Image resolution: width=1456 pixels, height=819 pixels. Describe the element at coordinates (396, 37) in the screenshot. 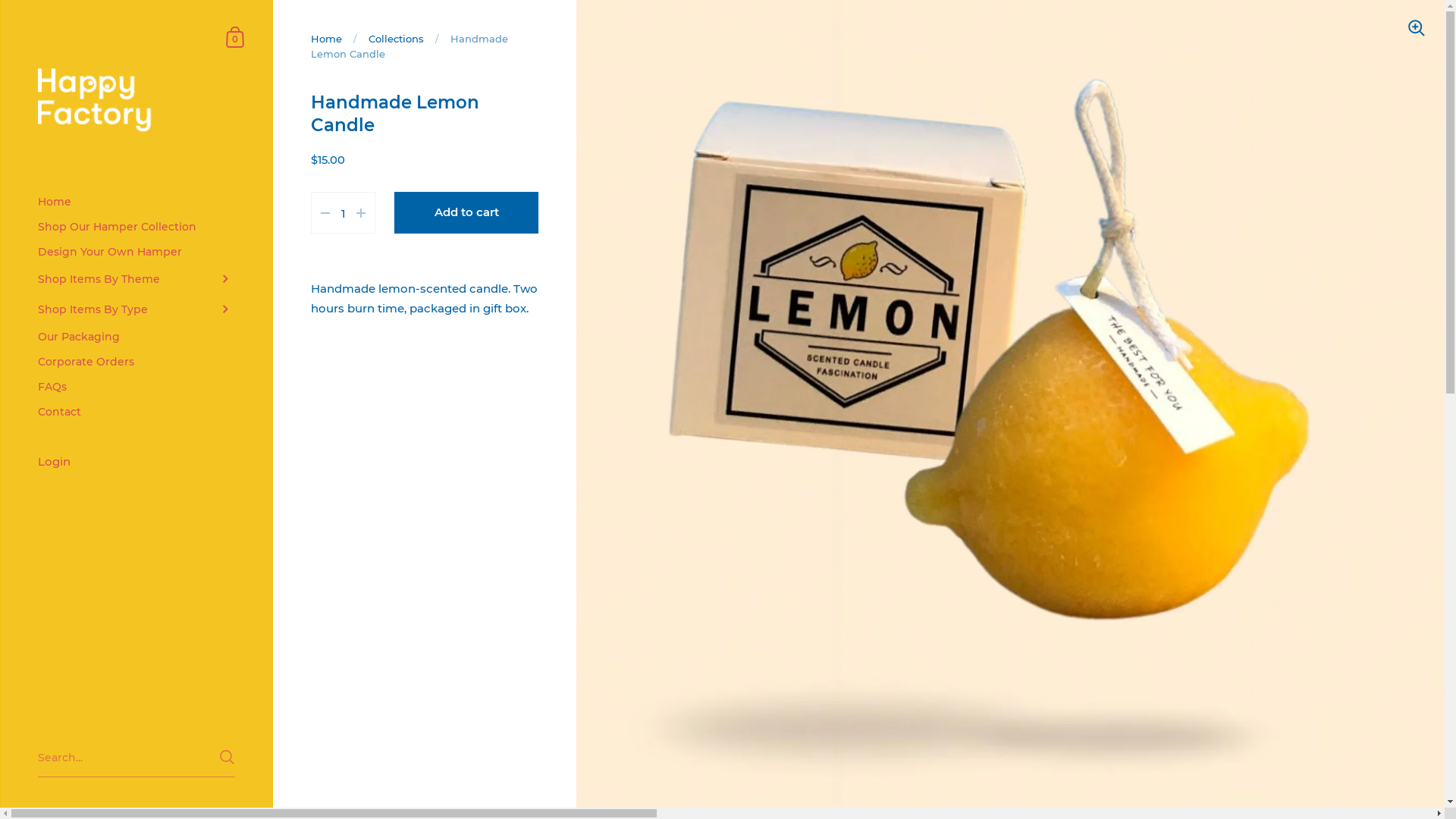

I see `'Collections'` at that location.